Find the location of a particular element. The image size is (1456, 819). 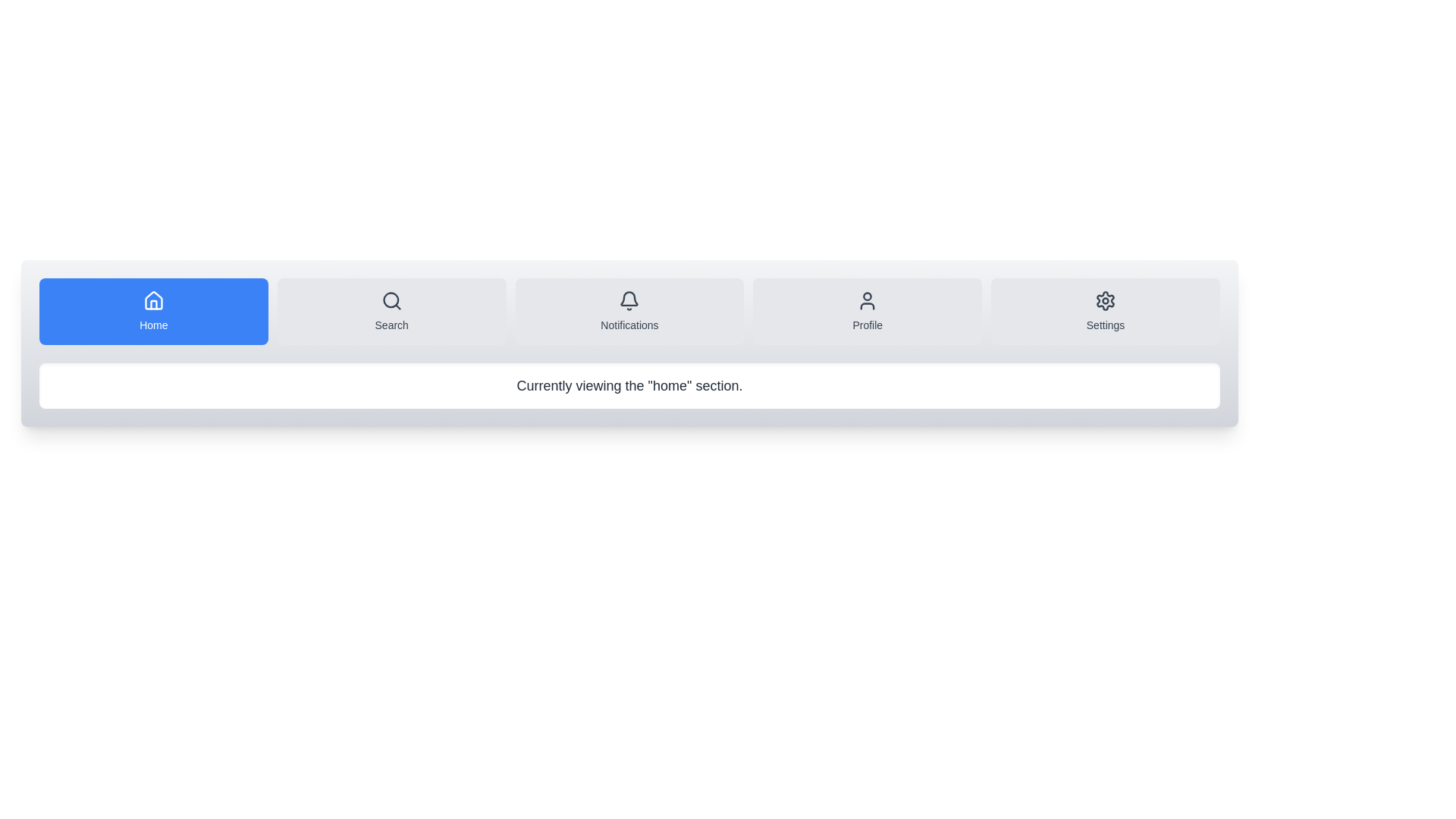

the 'Notifications' button, which is a rectangular button with a bell icon and light gray background, located centrally in the navigation bar is located at coordinates (629, 311).